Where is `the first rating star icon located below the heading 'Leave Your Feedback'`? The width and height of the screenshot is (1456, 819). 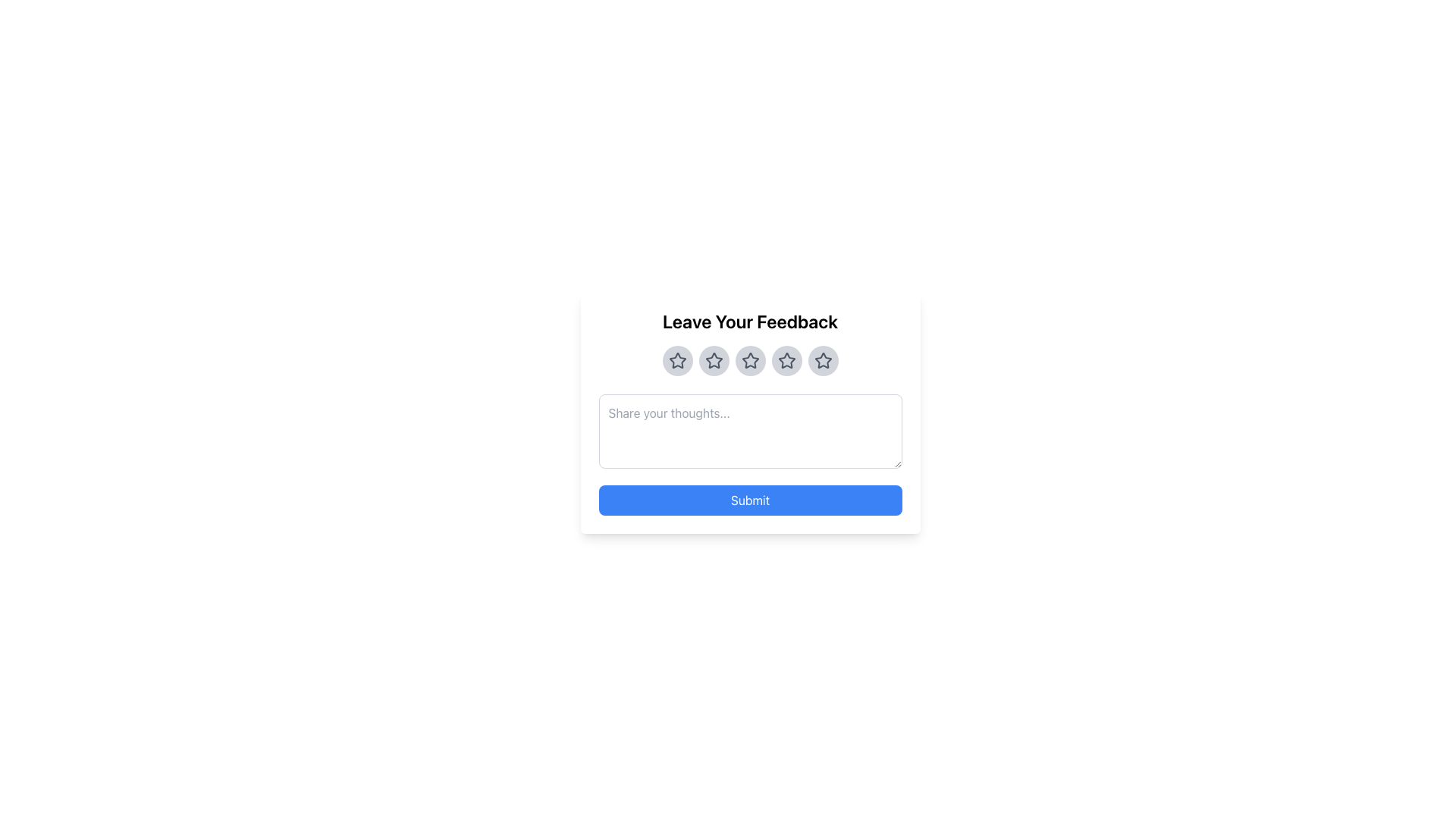
the first rating star icon located below the heading 'Leave Your Feedback' is located at coordinates (676, 359).